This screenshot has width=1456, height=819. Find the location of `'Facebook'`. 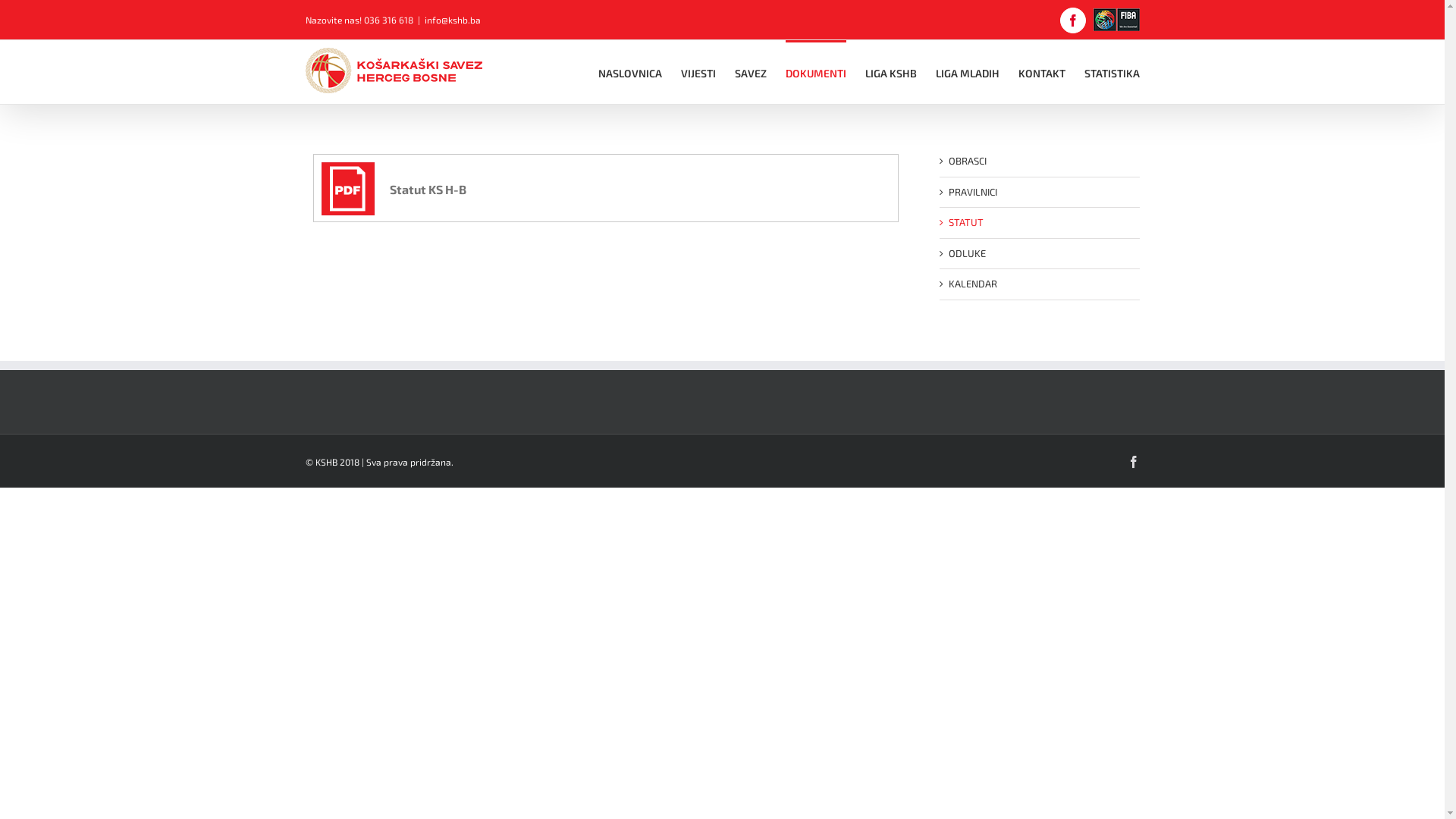

'Facebook' is located at coordinates (1072, 20).